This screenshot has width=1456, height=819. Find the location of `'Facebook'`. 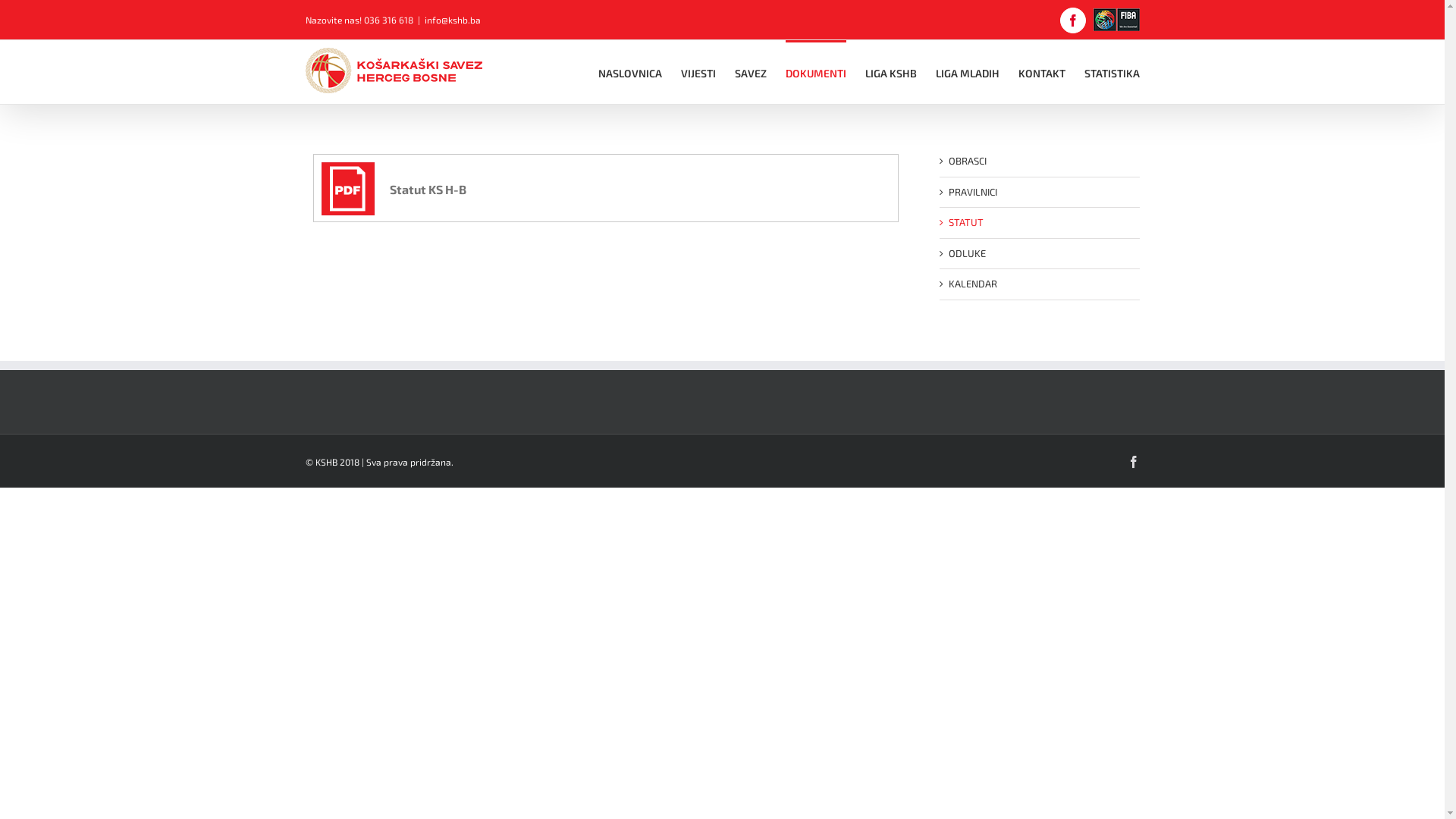

'Facebook' is located at coordinates (1072, 20).